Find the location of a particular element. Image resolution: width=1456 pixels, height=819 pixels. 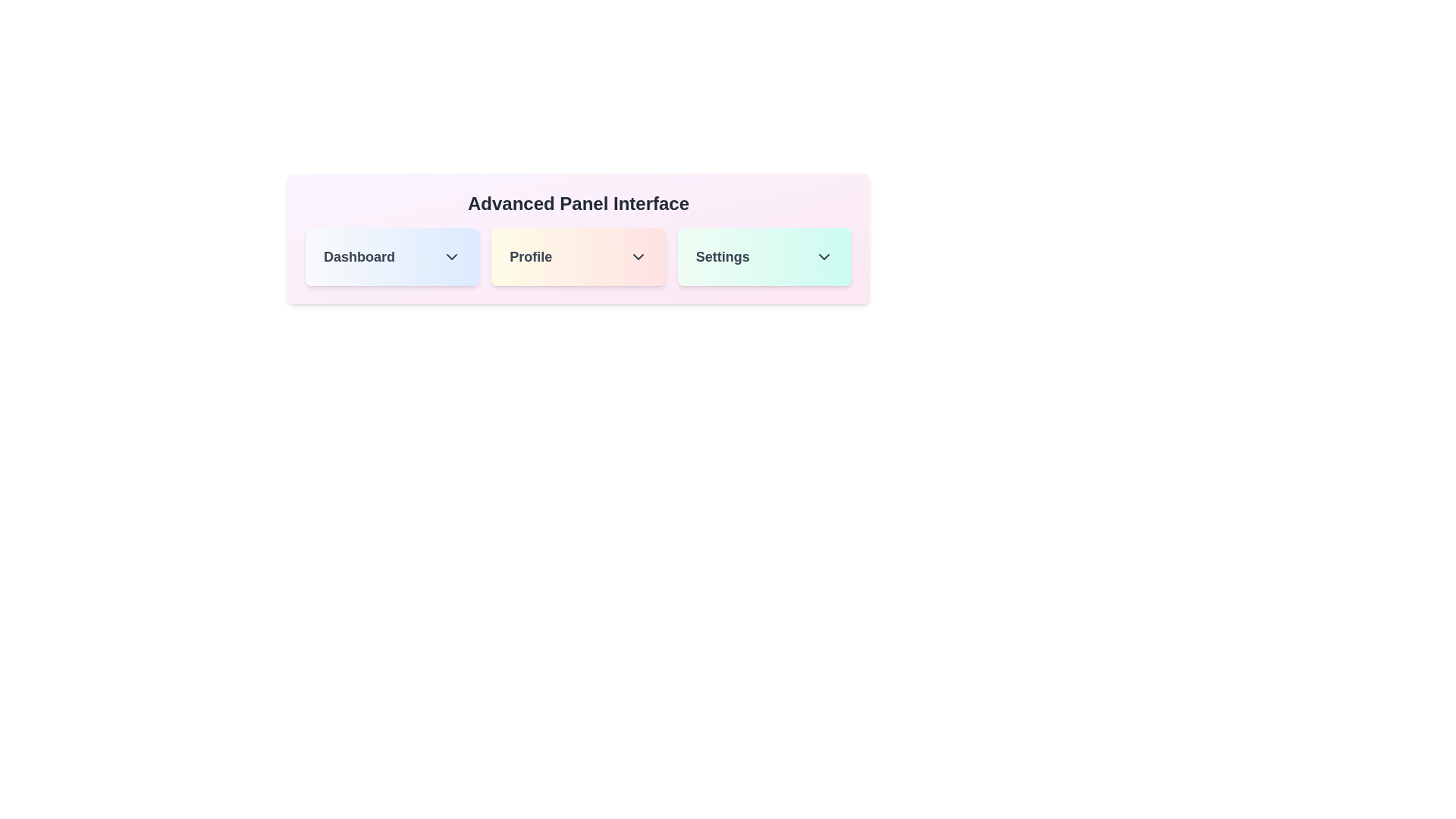

the grid item corresponding to Dashboard to expand it is located at coordinates (392, 256).